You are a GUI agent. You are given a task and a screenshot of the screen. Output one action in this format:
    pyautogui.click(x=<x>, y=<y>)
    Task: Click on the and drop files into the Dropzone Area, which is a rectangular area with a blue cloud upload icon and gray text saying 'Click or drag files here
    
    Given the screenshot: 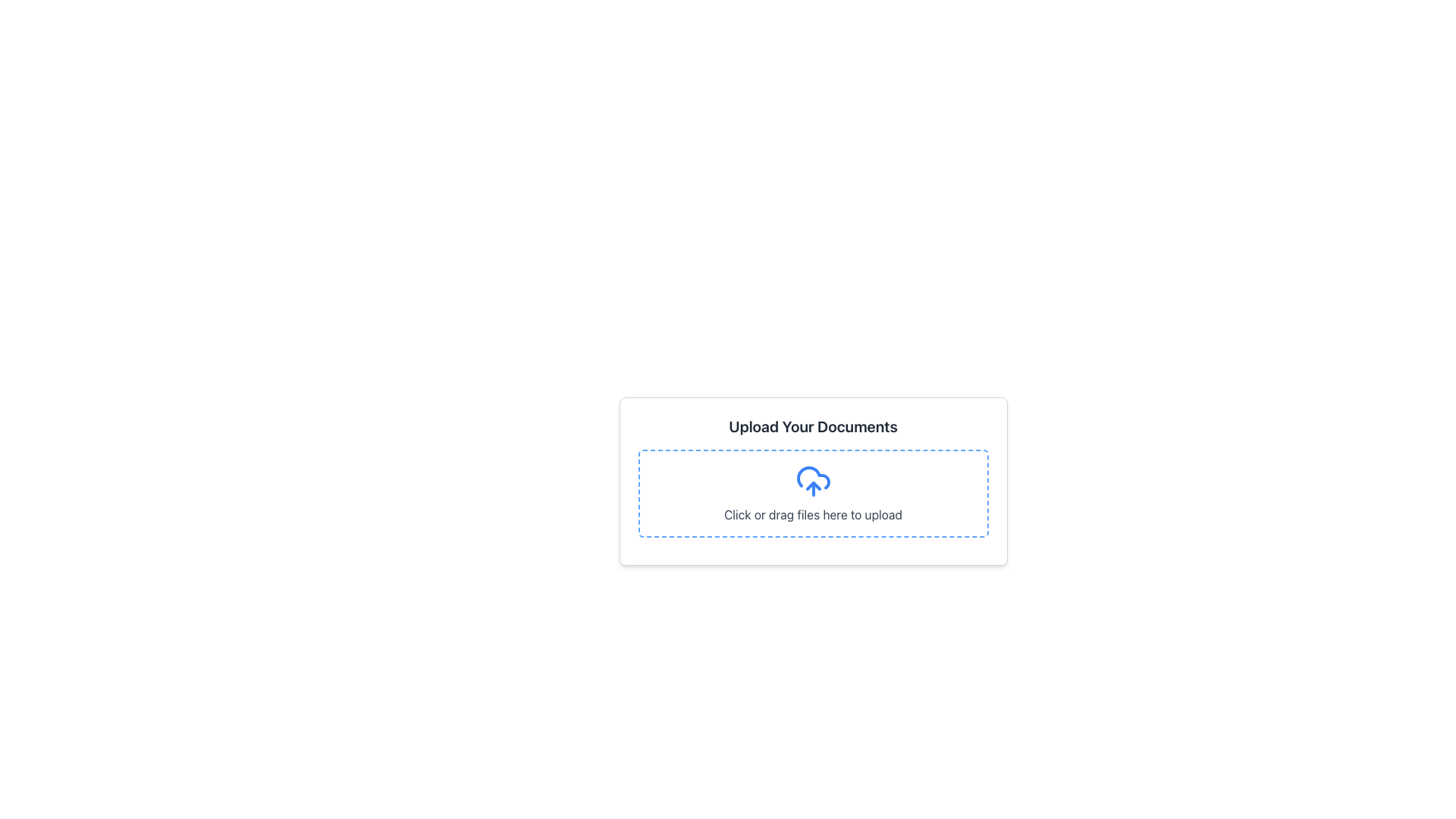 What is the action you would take?
    pyautogui.click(x=812, y=494)
    